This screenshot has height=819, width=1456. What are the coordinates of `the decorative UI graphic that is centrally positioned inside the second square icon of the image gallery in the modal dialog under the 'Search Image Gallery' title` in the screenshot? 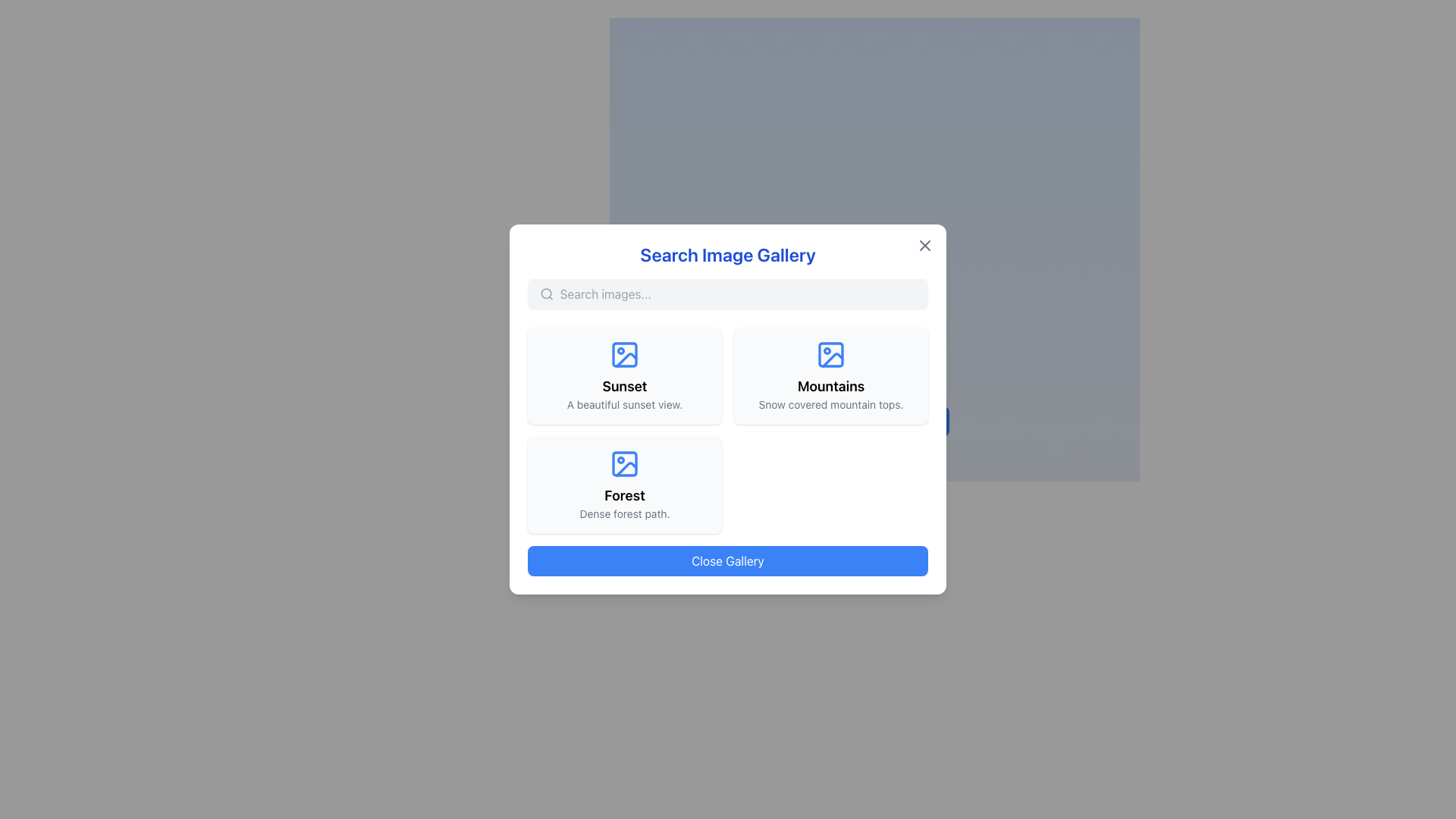 It's located at (830, 354).